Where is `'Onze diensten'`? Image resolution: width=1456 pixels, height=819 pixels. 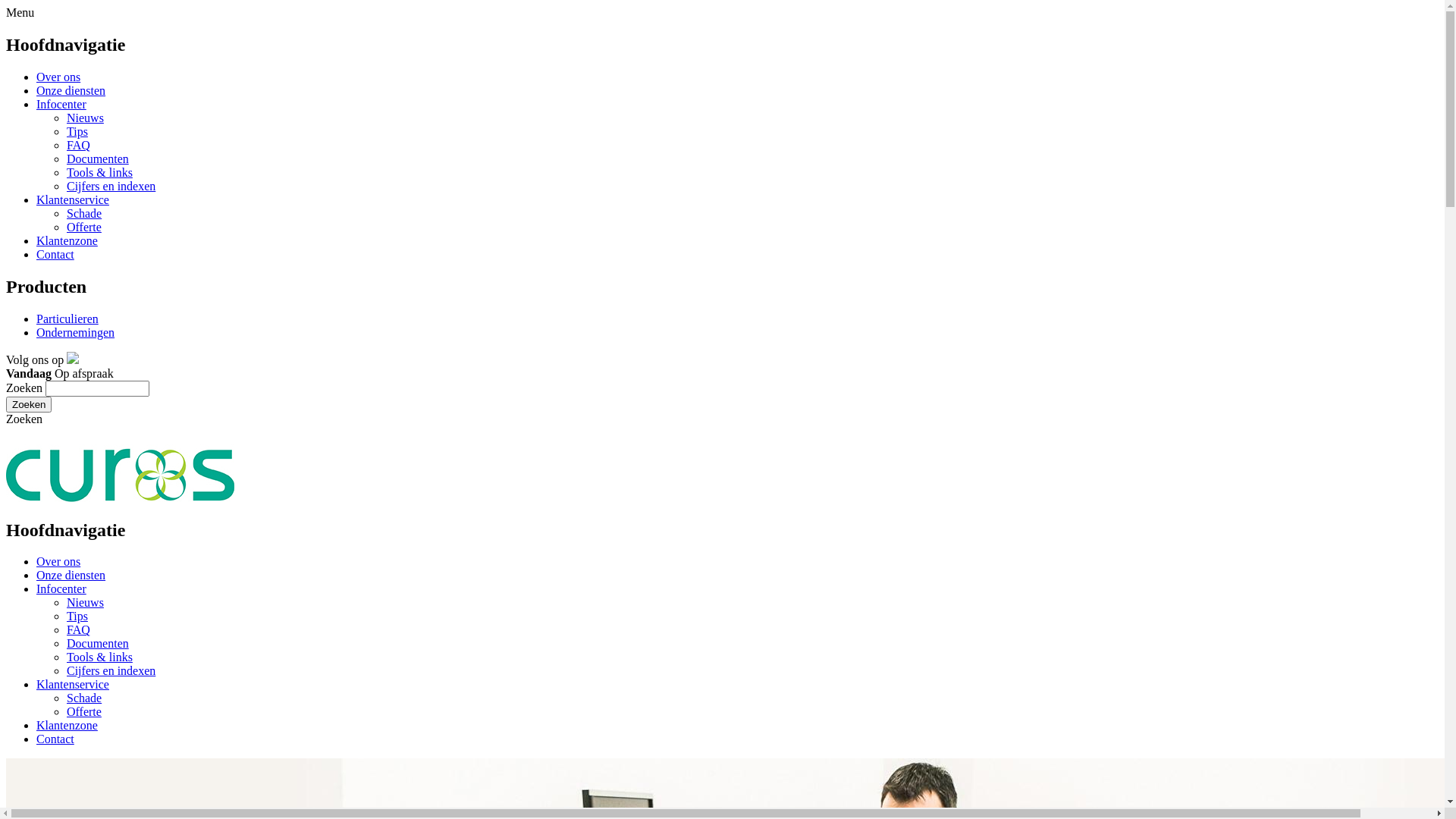 'Onze diensten' is located at coordinates (70, 575).